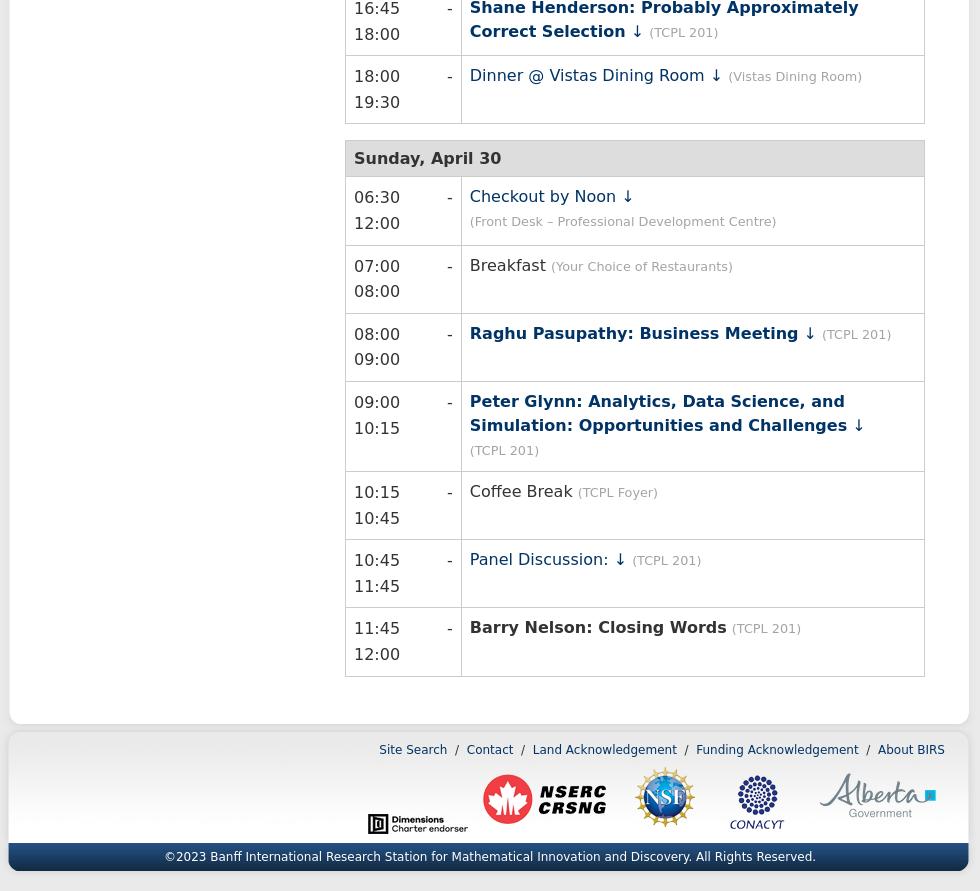 Image resolution: width=980 pixels, height=891 pixels. What do you see at coordinates (402, 414) in the screenshot?
I see `'09:00 - 10:15'` at bounding box center [402, 414].